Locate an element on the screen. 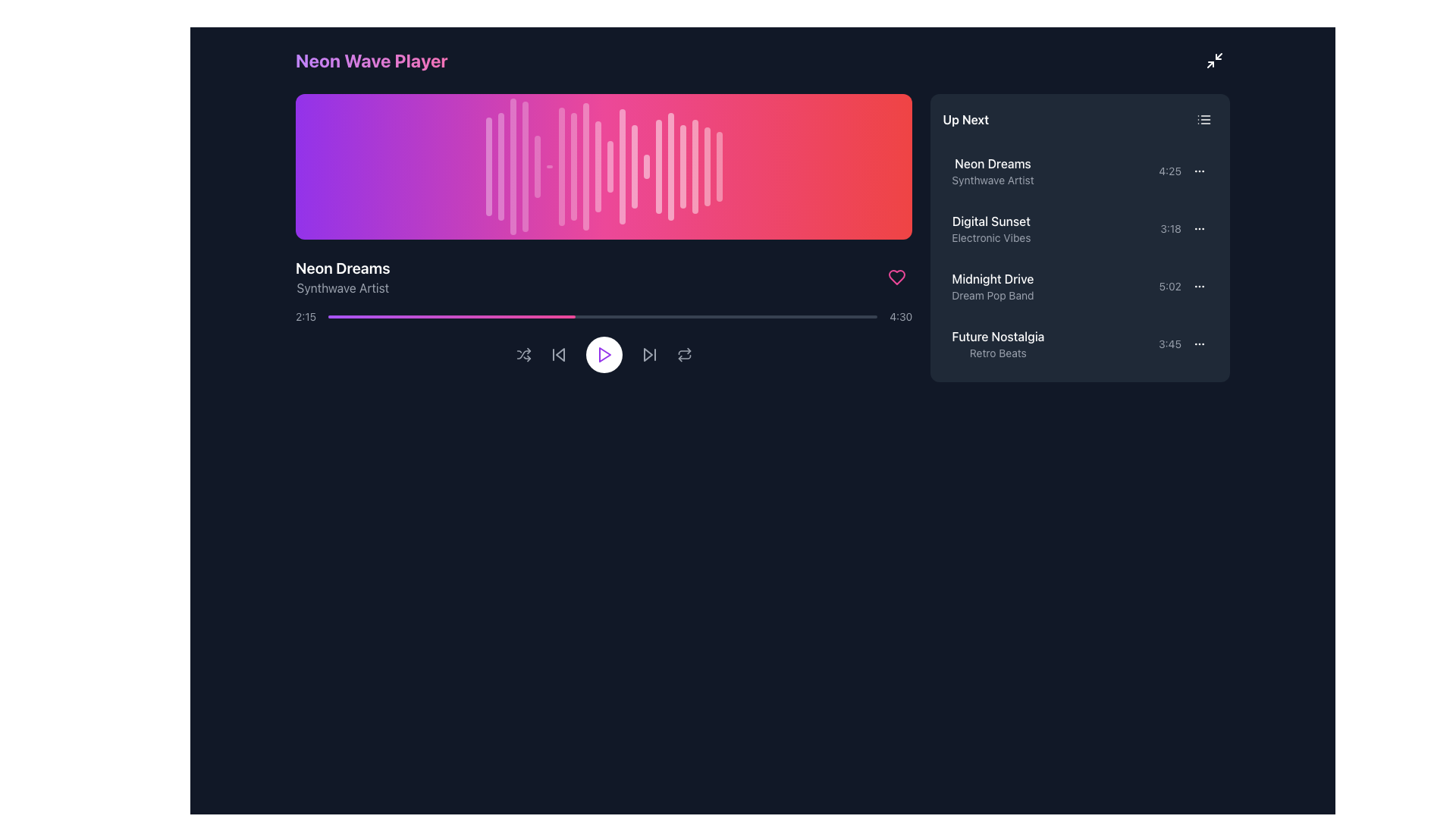 This screenshot has height=819, width=1456. the first List item representing a media entry titled 'Neon Dreams' is located at coordinates (1079, 171).